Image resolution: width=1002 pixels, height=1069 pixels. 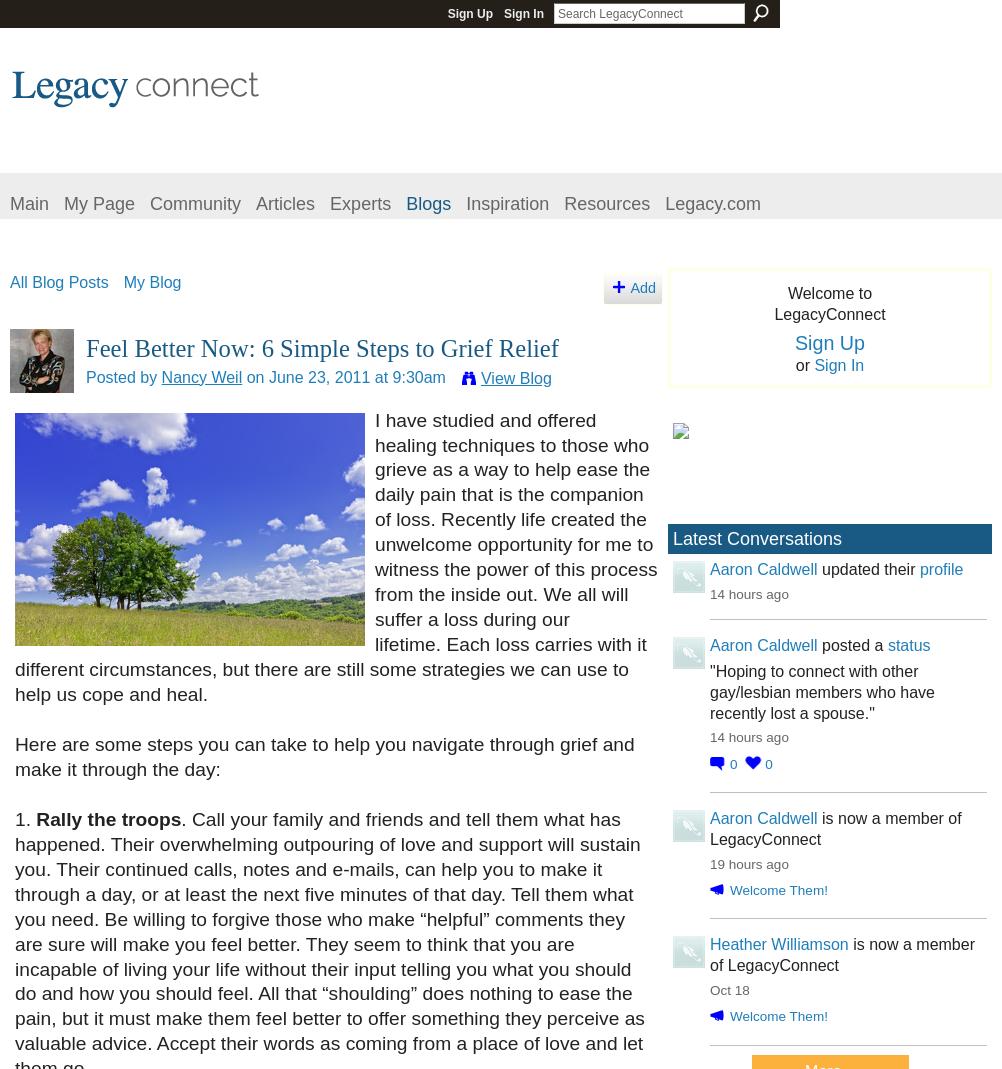 I want to click on 'profile', so click(x=918, y=568).